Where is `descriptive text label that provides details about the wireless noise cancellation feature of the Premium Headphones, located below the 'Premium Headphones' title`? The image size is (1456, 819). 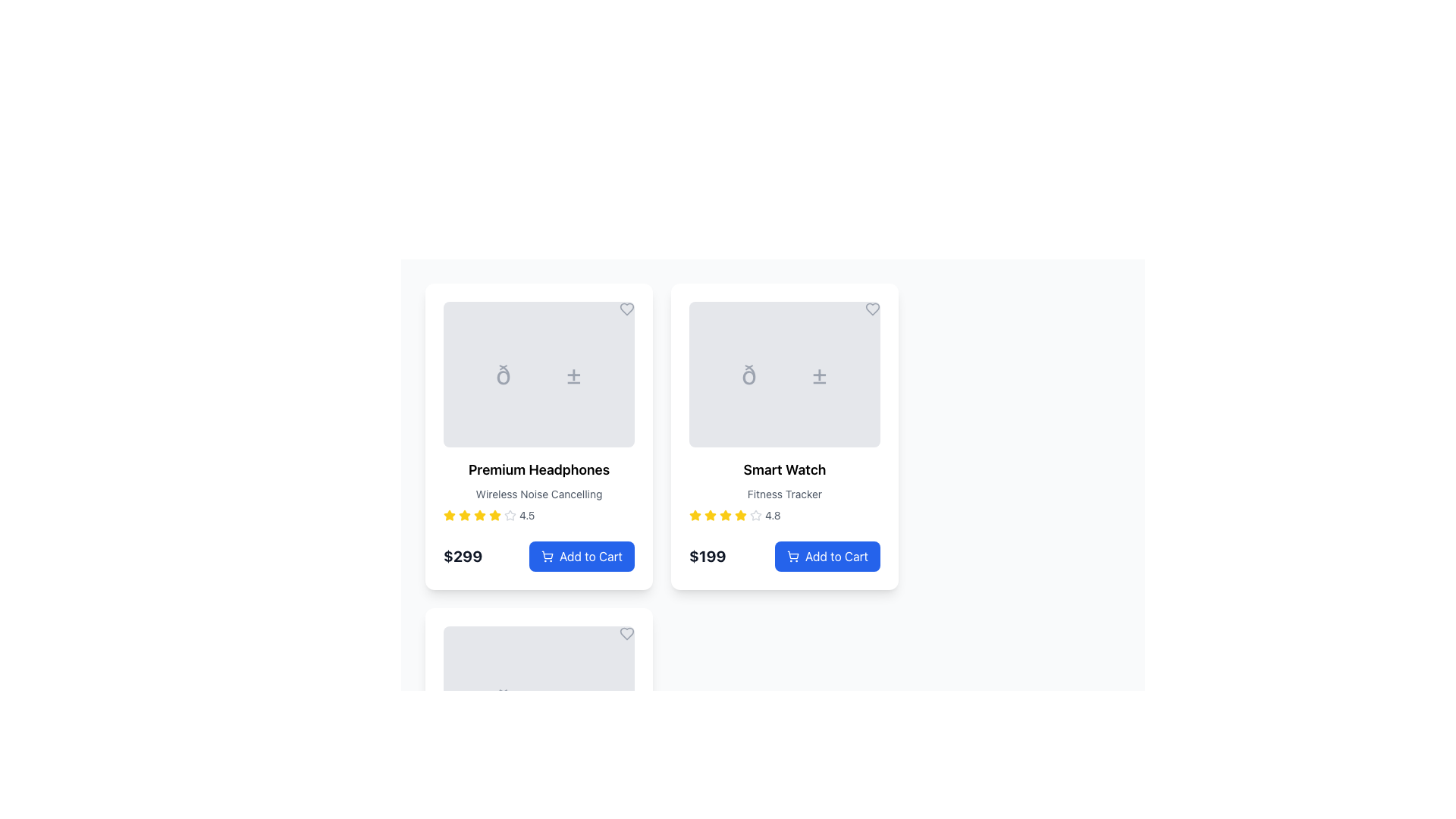
descriptive text label that provides details about the wireless noise cancellation feature of the Premium Headphones, located below the 'Premium Headphones' title is located at coordinates (538, 494).